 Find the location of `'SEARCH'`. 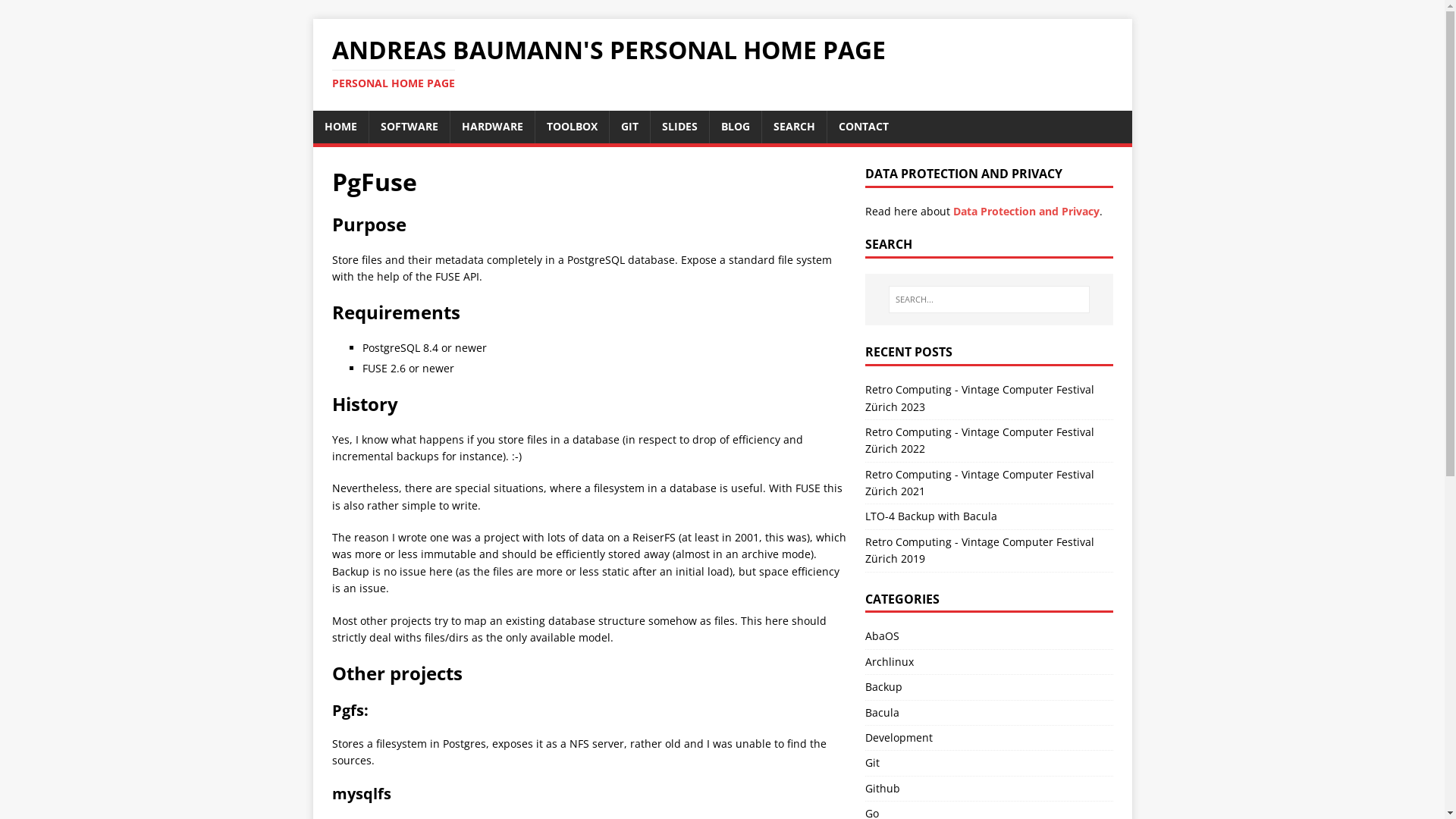

'SEARCH' is located at coordinates (792, 125).